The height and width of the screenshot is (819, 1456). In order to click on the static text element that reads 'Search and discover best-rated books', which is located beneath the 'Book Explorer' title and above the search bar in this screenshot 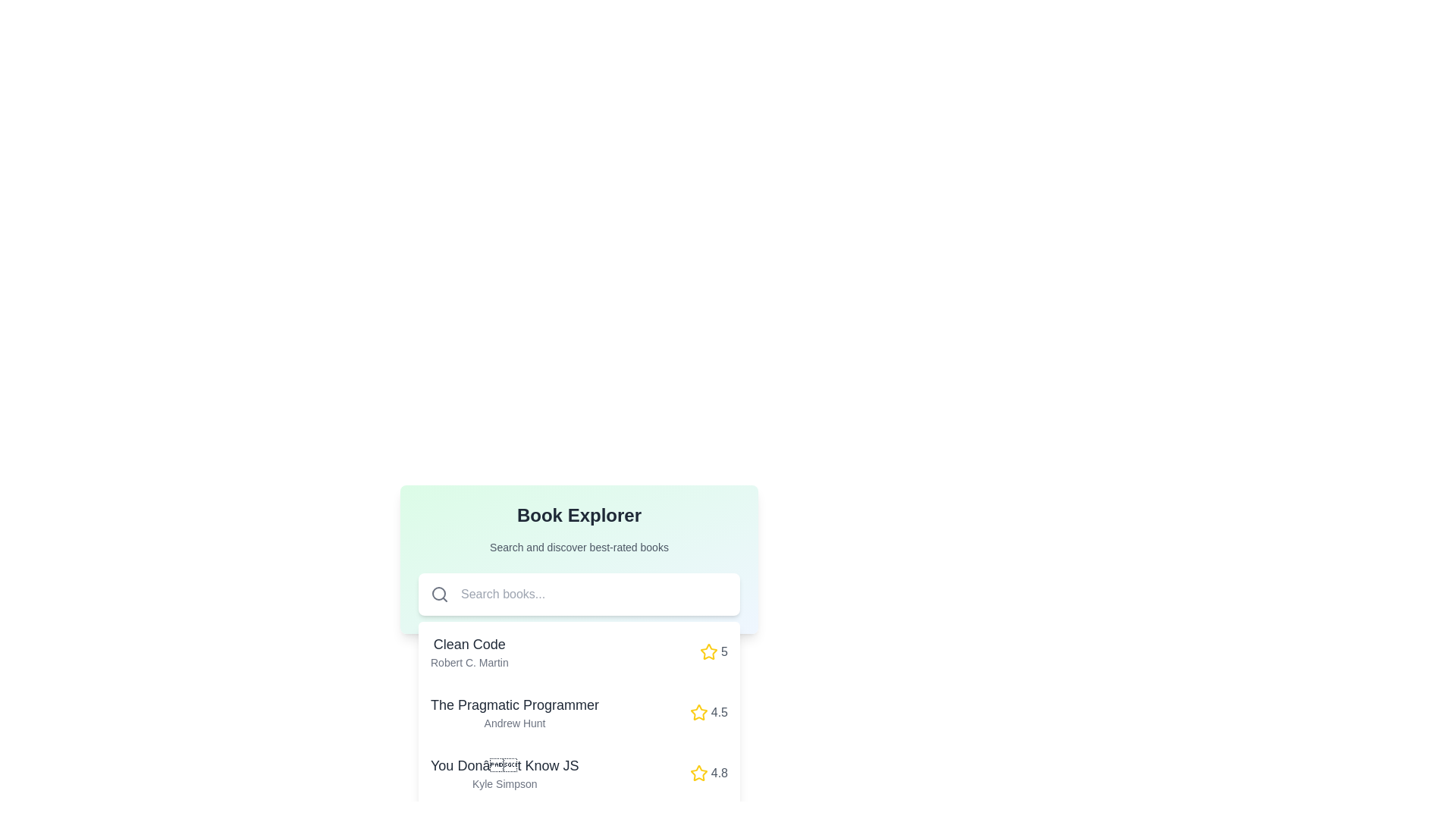, I will do `click(578, 547)`.